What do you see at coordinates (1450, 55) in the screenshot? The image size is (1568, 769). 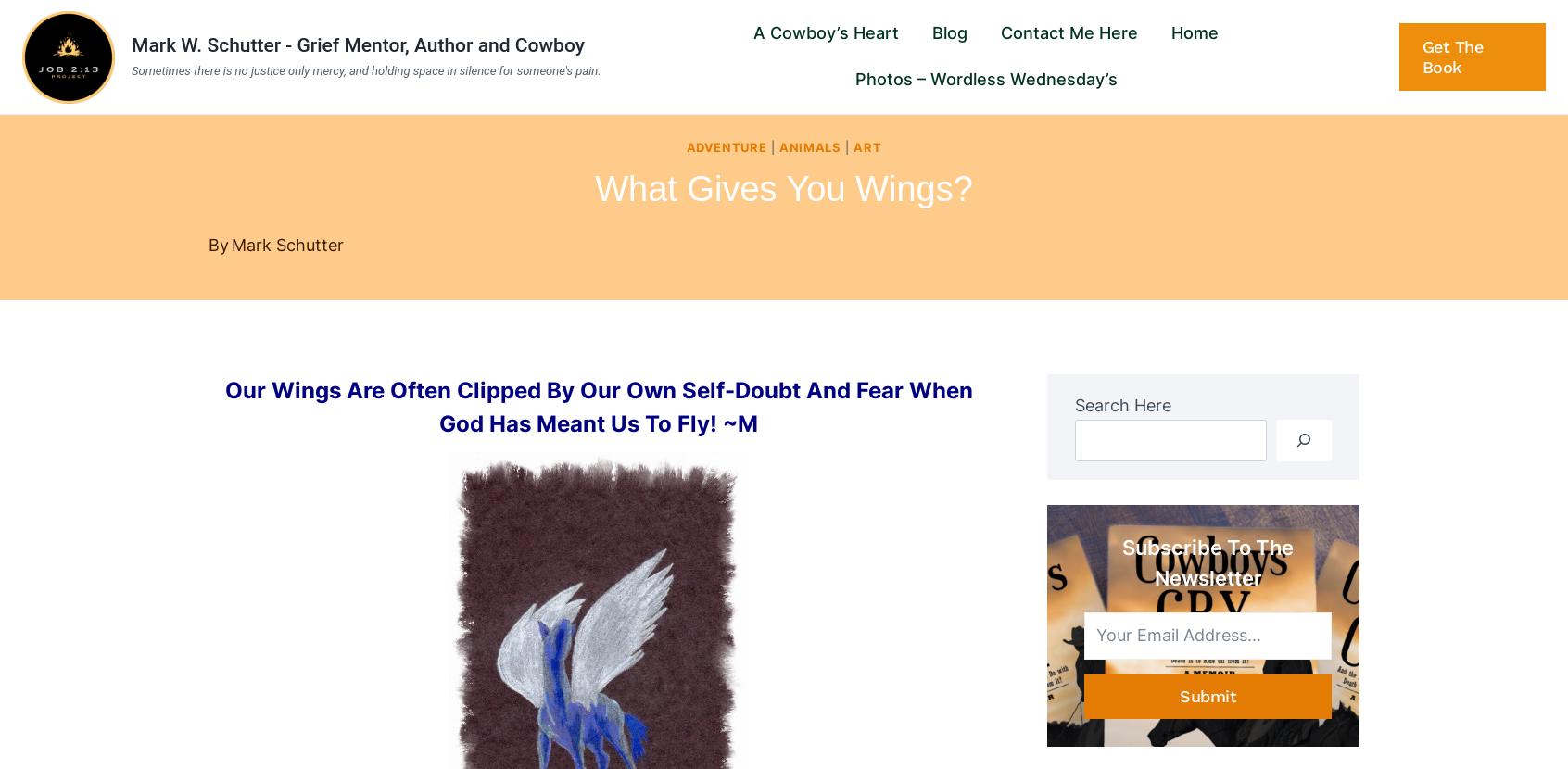 I see `'Get the Book'` at bounding box center [1450, 55].